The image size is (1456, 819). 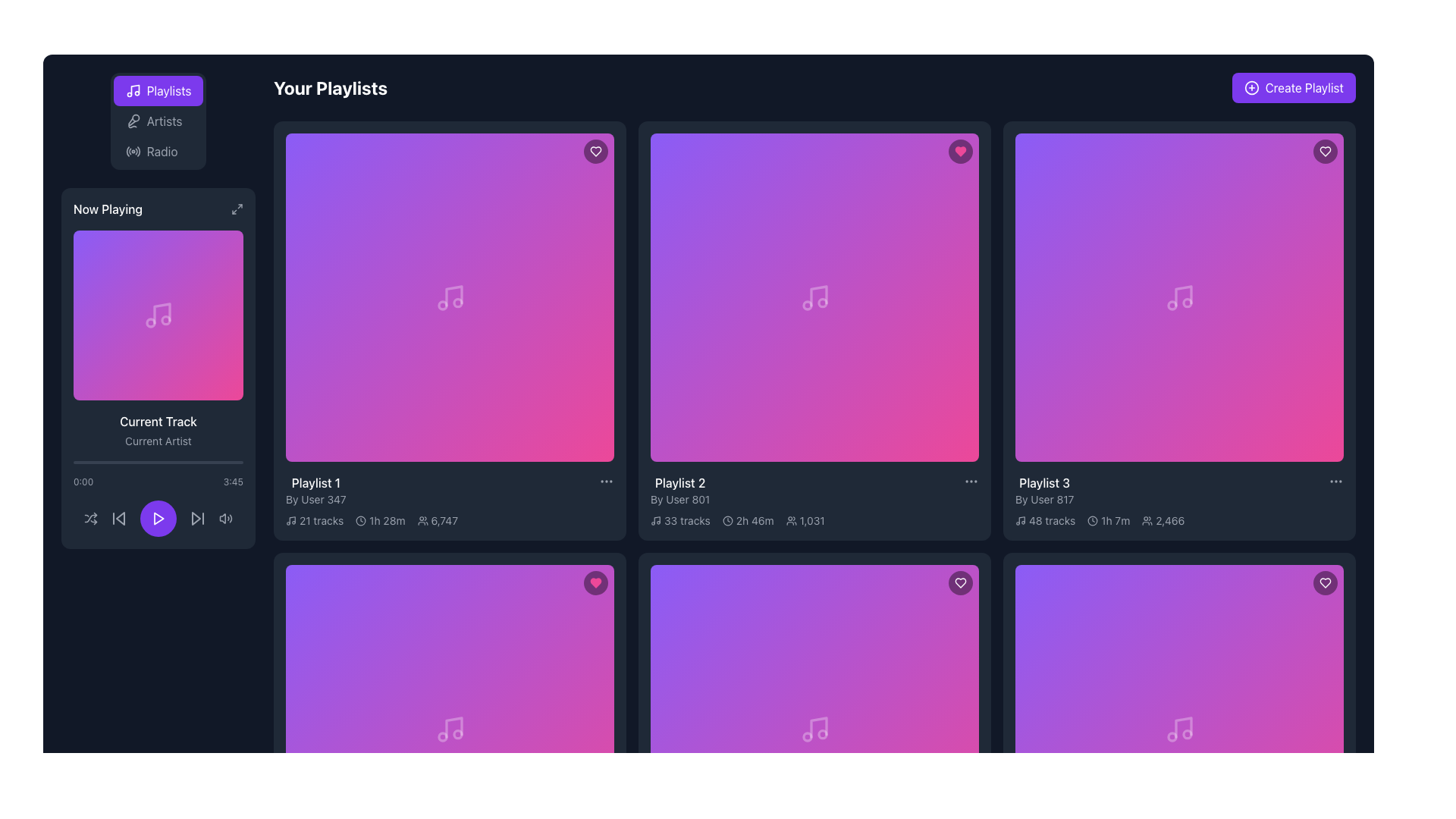 What do you see at coordinates (1171, 736) in the screenshot?
I see `the circular icon within the music note located in the bottom-right playlist card` at bounding box center [1171, 736].